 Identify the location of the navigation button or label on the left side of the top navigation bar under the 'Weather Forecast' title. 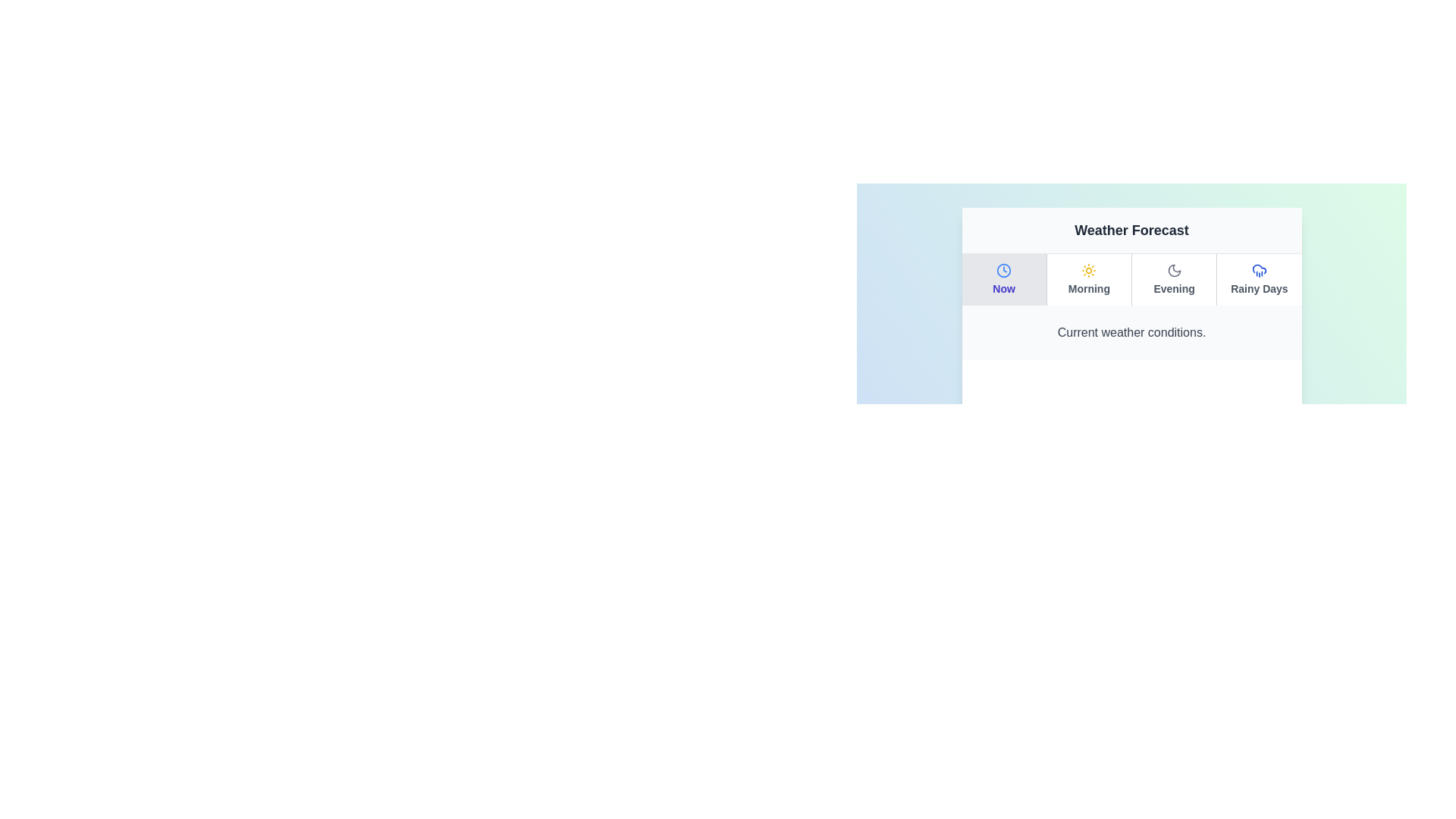
(1004, 280).